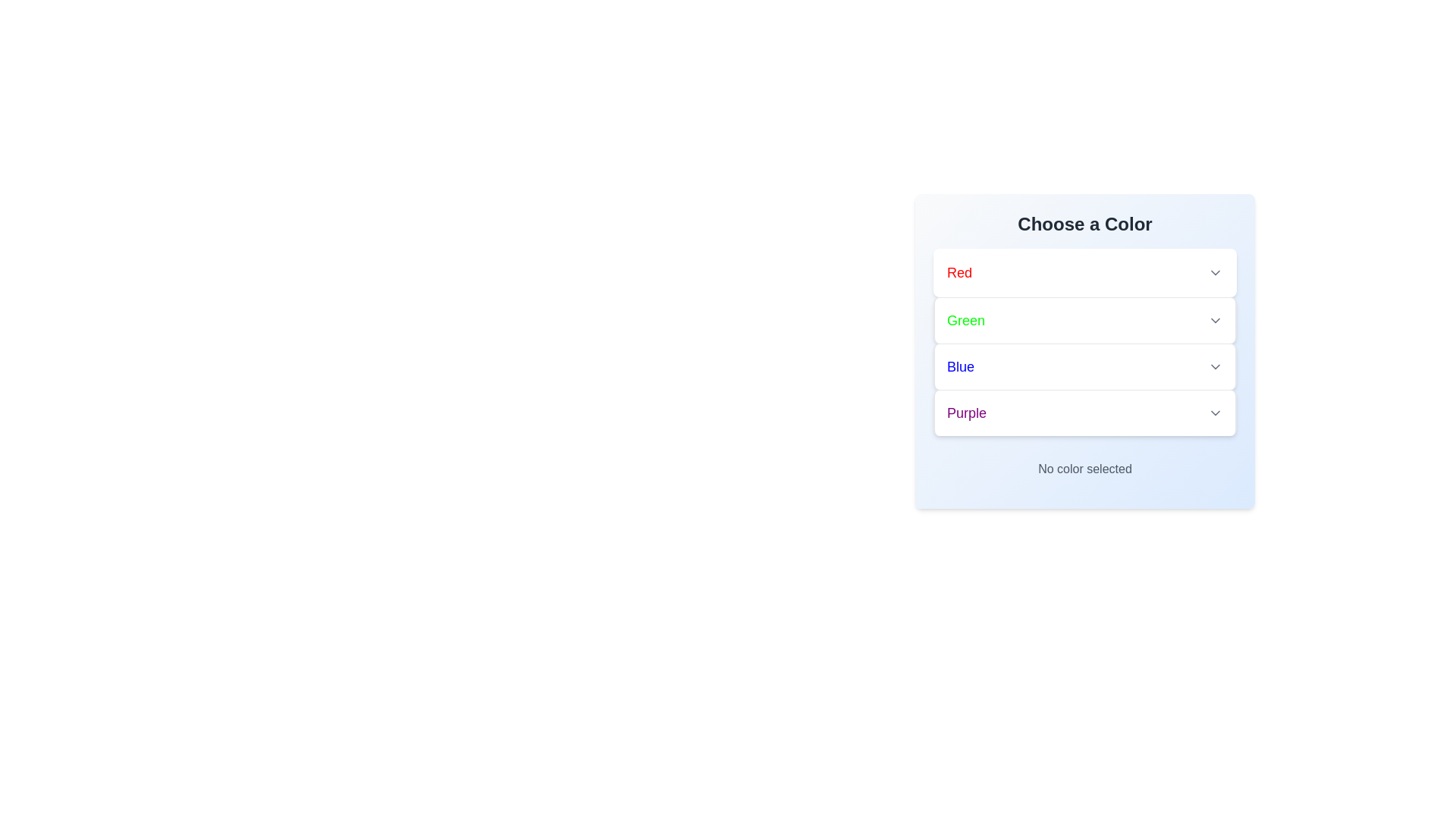  What do you see at coordinates (1084, 413) in the screenshot?
I see `the color item Purple to observe the hover effect` at bounding box center [1084, 413].